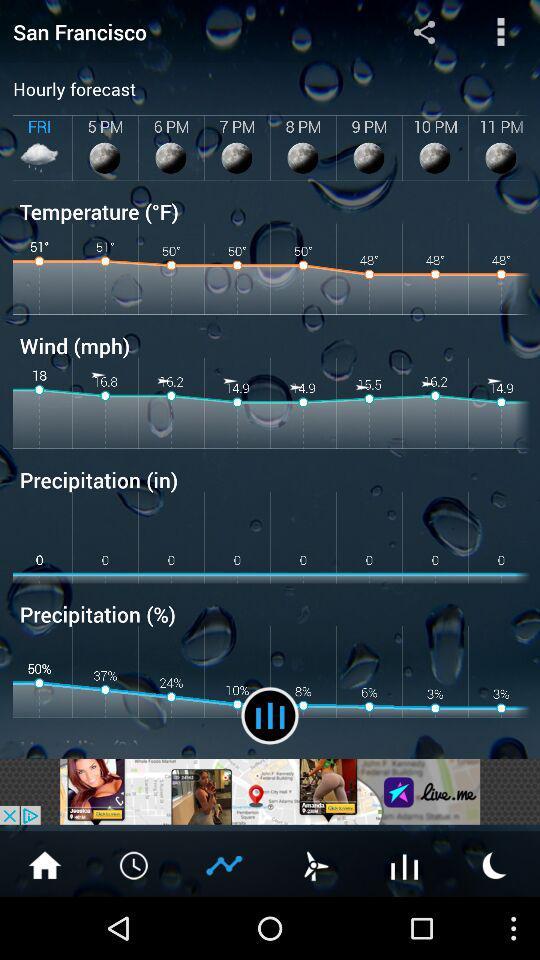 This screenshot has width=540, height=960. Describe the element at coordinates (494, 863) in the screenshot. I see `night` at that location.